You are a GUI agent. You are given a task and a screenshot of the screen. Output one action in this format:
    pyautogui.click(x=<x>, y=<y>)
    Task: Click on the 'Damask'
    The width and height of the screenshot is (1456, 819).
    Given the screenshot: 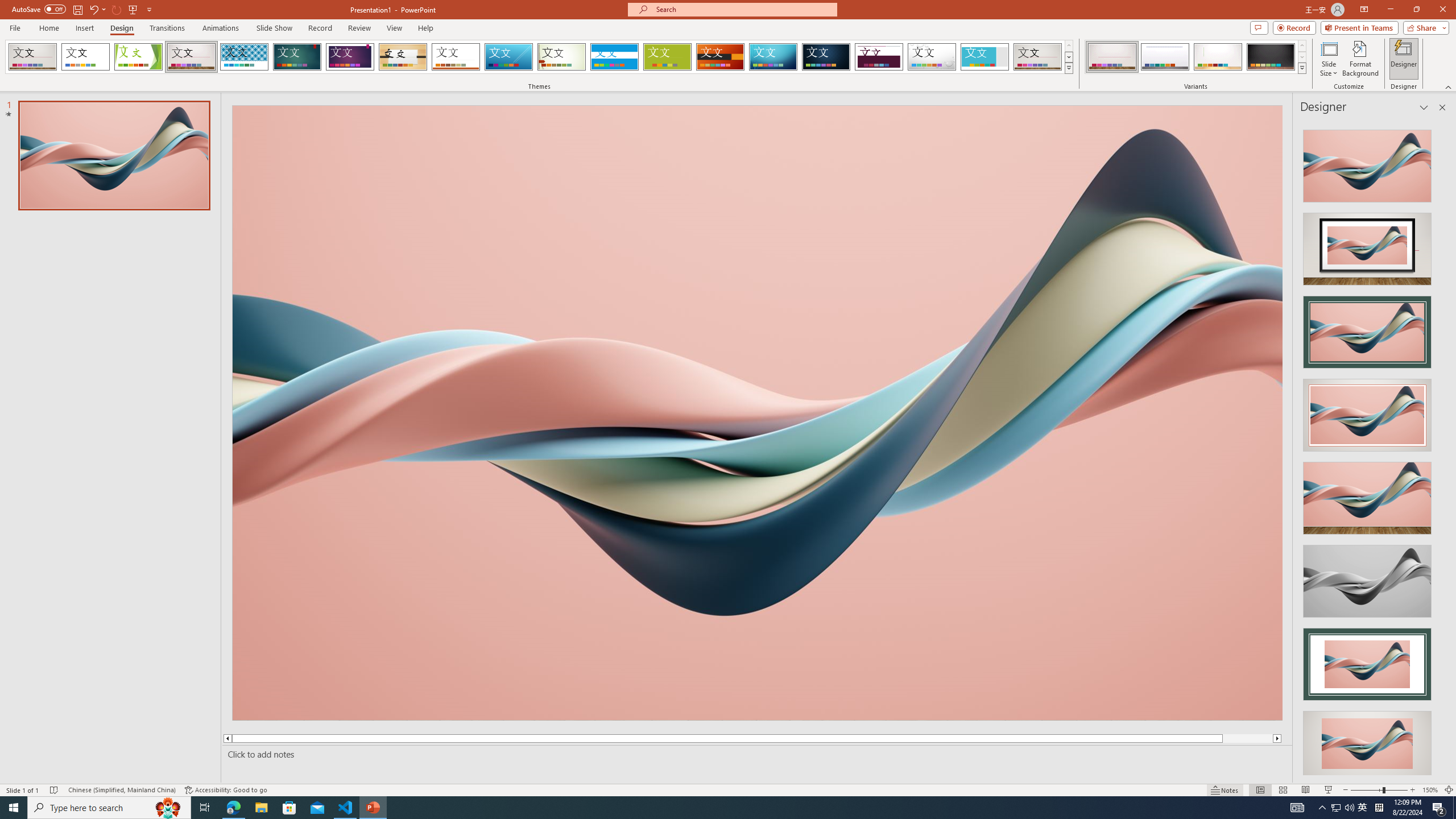 What is the action you would take?
    pyautogui.click(x=825, y=56)
    